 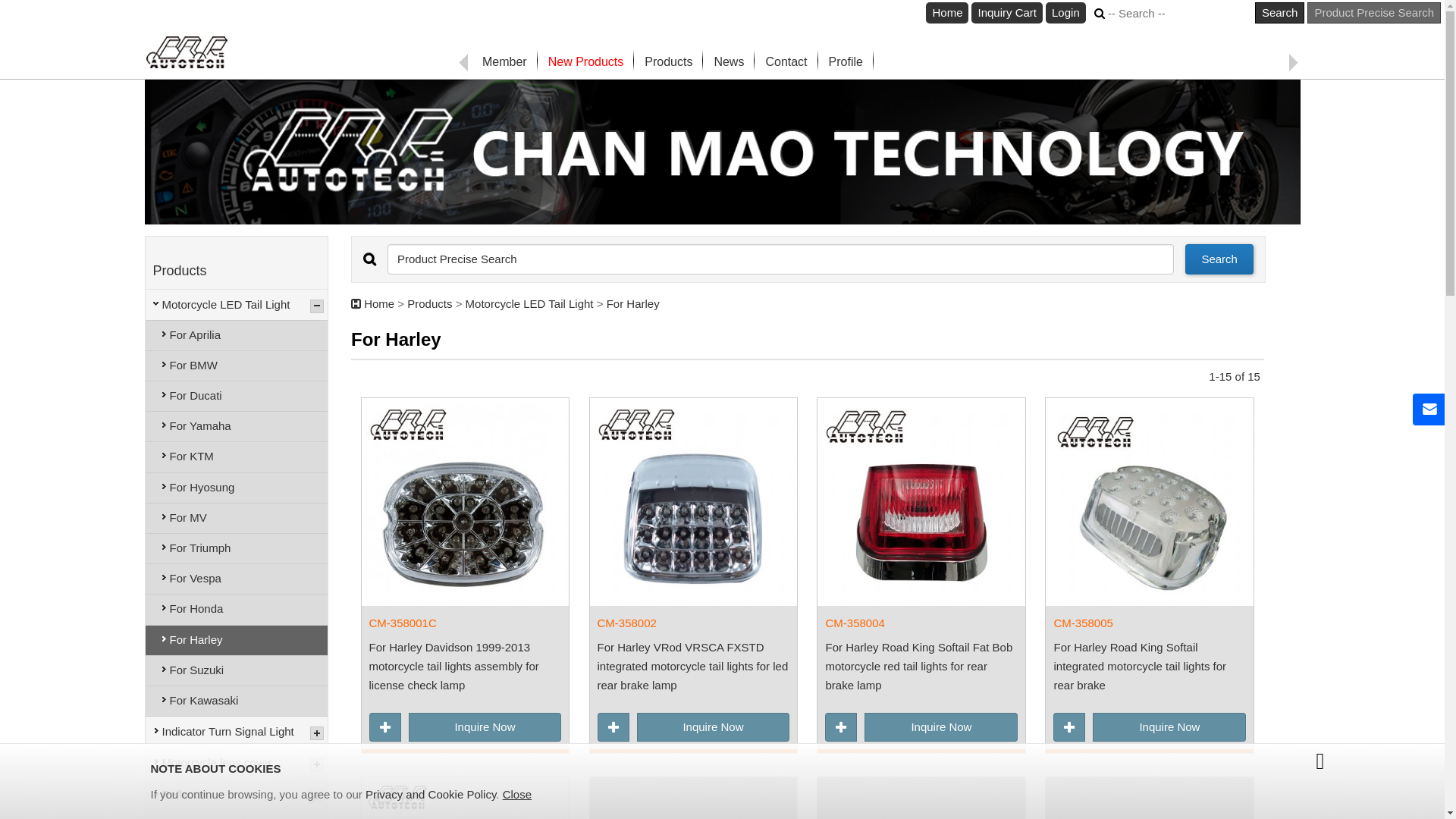 What do you see at coordinates (236, 426) in the screenshot?
I see `'For Yamaha'` at bounding box center [236, 426].